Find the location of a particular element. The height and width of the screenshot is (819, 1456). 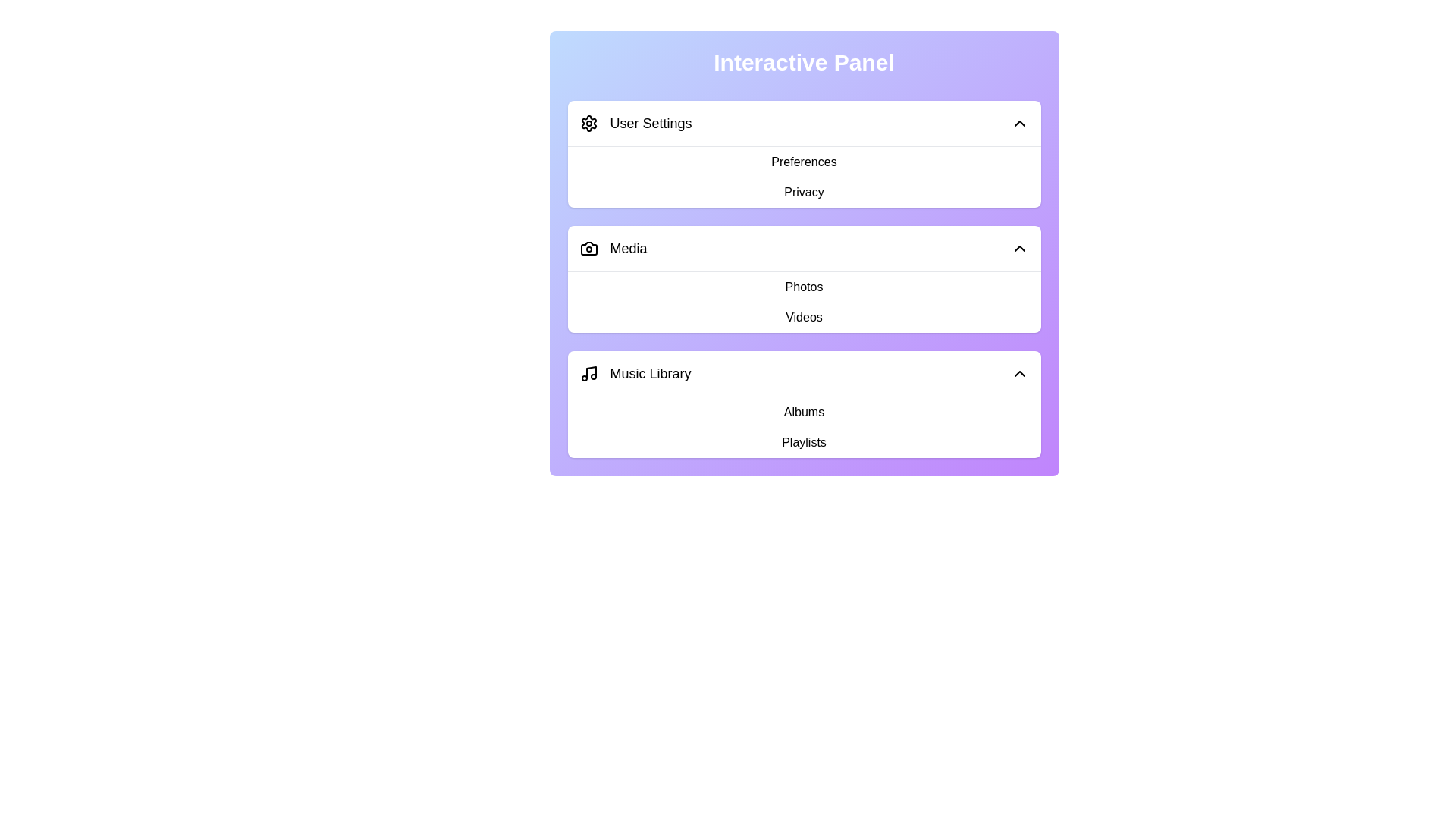

the item Privacy from the section User Settings is located at coordinates (607, 189).